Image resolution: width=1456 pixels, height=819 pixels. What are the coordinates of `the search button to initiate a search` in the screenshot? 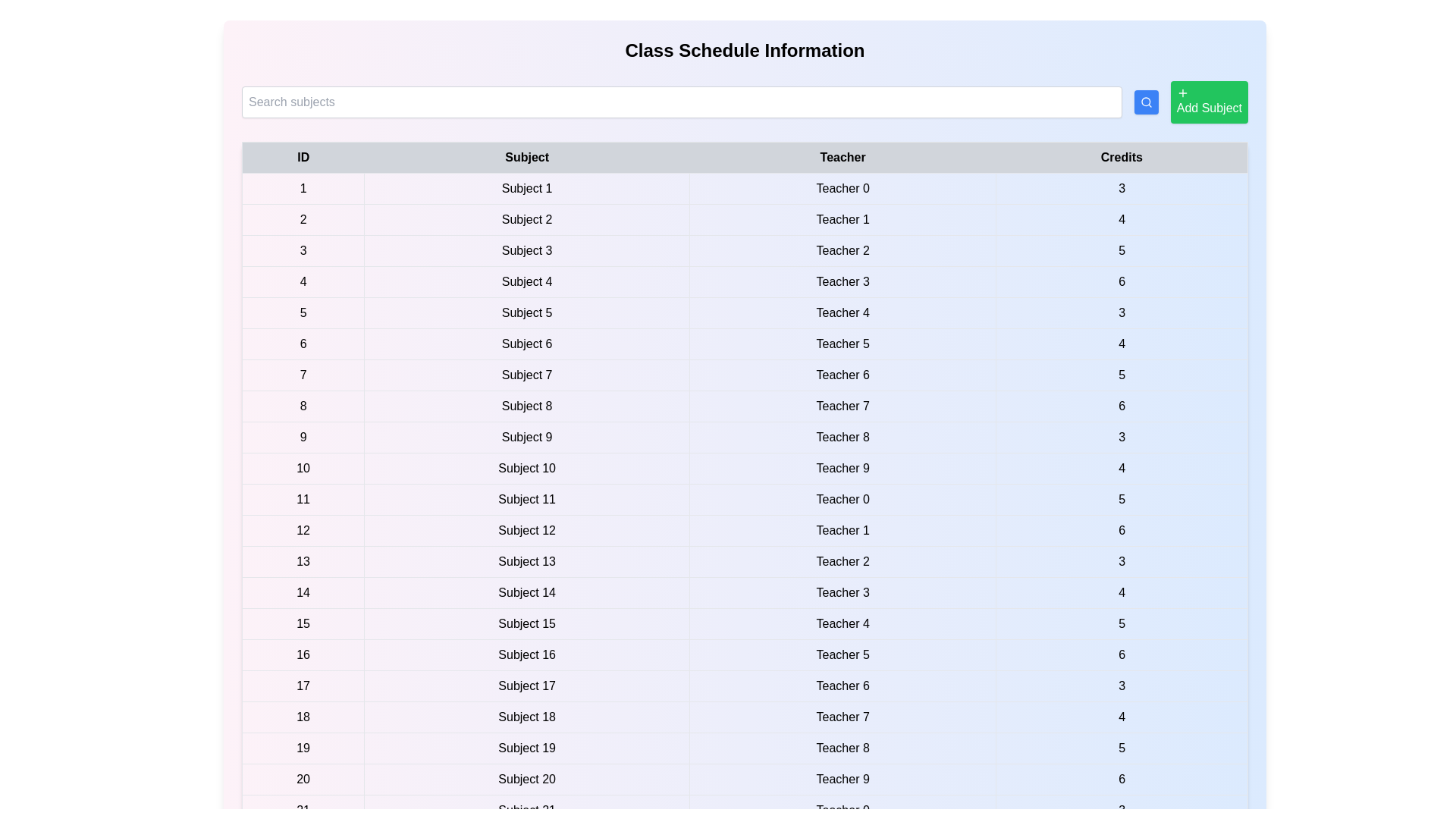 It's located at (1146, 102).